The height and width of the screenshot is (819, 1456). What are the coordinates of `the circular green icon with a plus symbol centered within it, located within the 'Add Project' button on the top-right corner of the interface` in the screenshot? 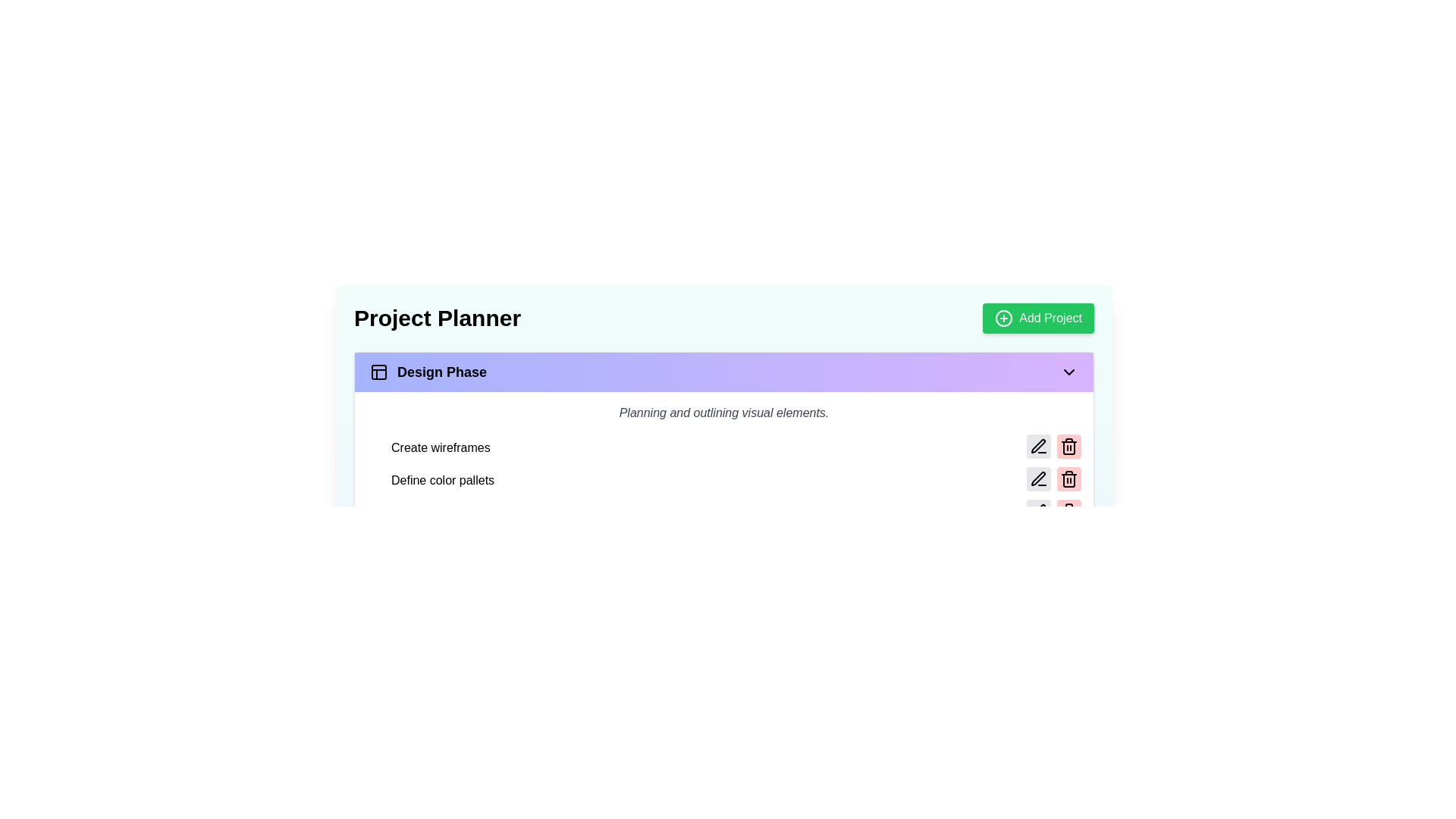 It's located at (1004, 318).